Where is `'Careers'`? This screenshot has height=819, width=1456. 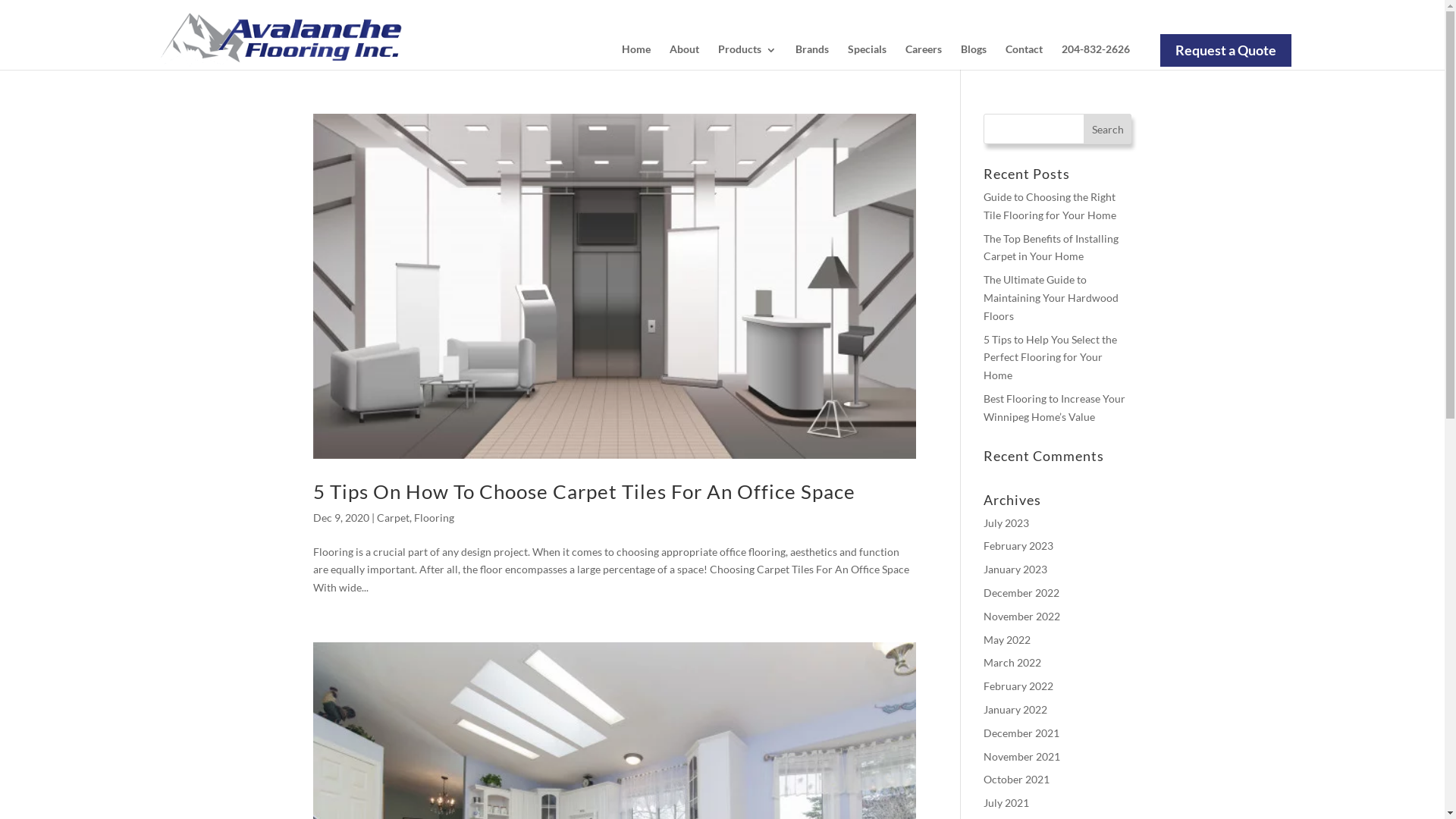 'Careers' is located at coordinates (905, 51).